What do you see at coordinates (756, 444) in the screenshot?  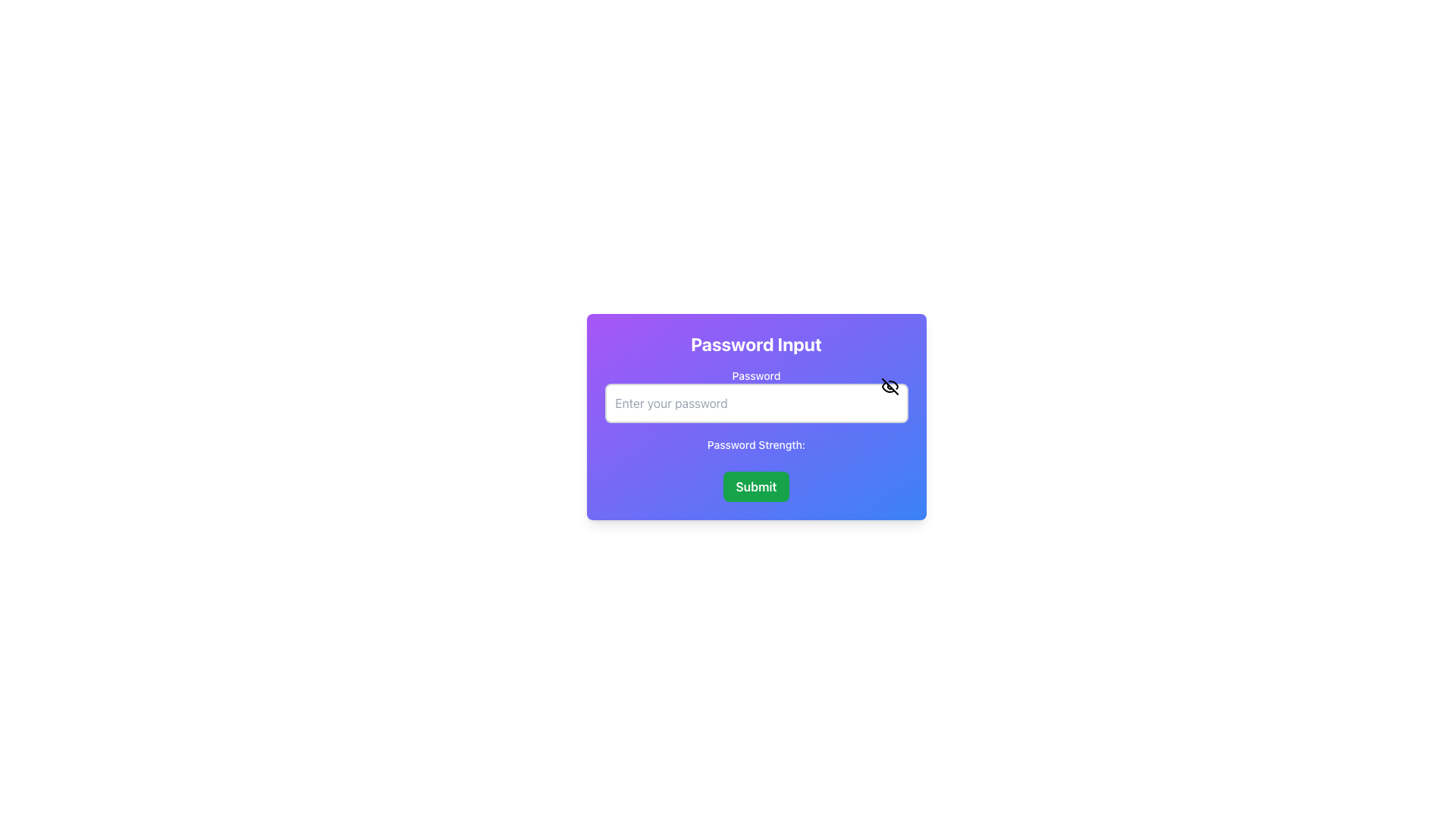 I see `password strength label located beneath the password input field in the 'Password Input' card structure` at bounding box center [756, 444].